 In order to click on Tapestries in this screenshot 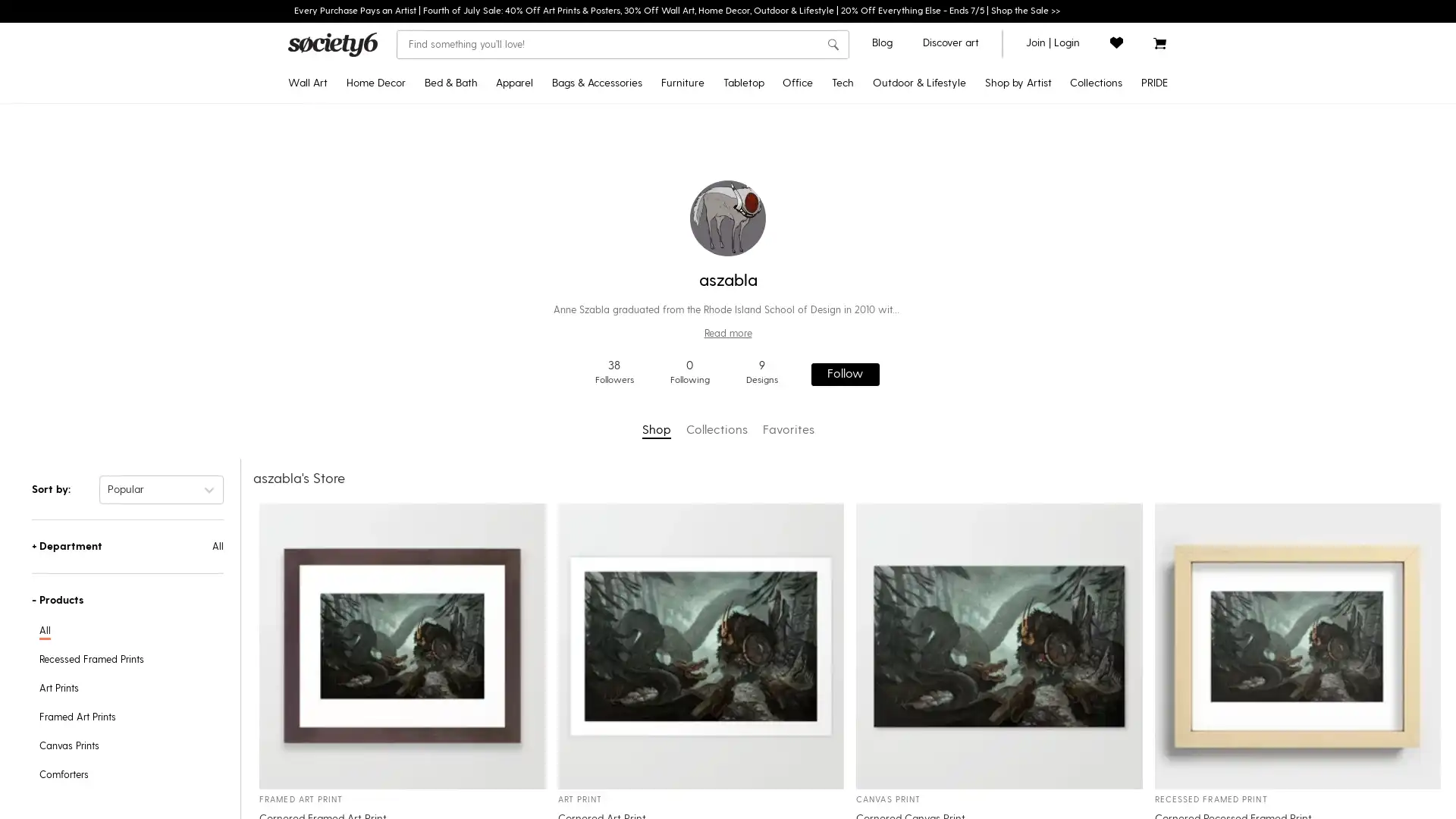, I will do `click(404, 121)`.